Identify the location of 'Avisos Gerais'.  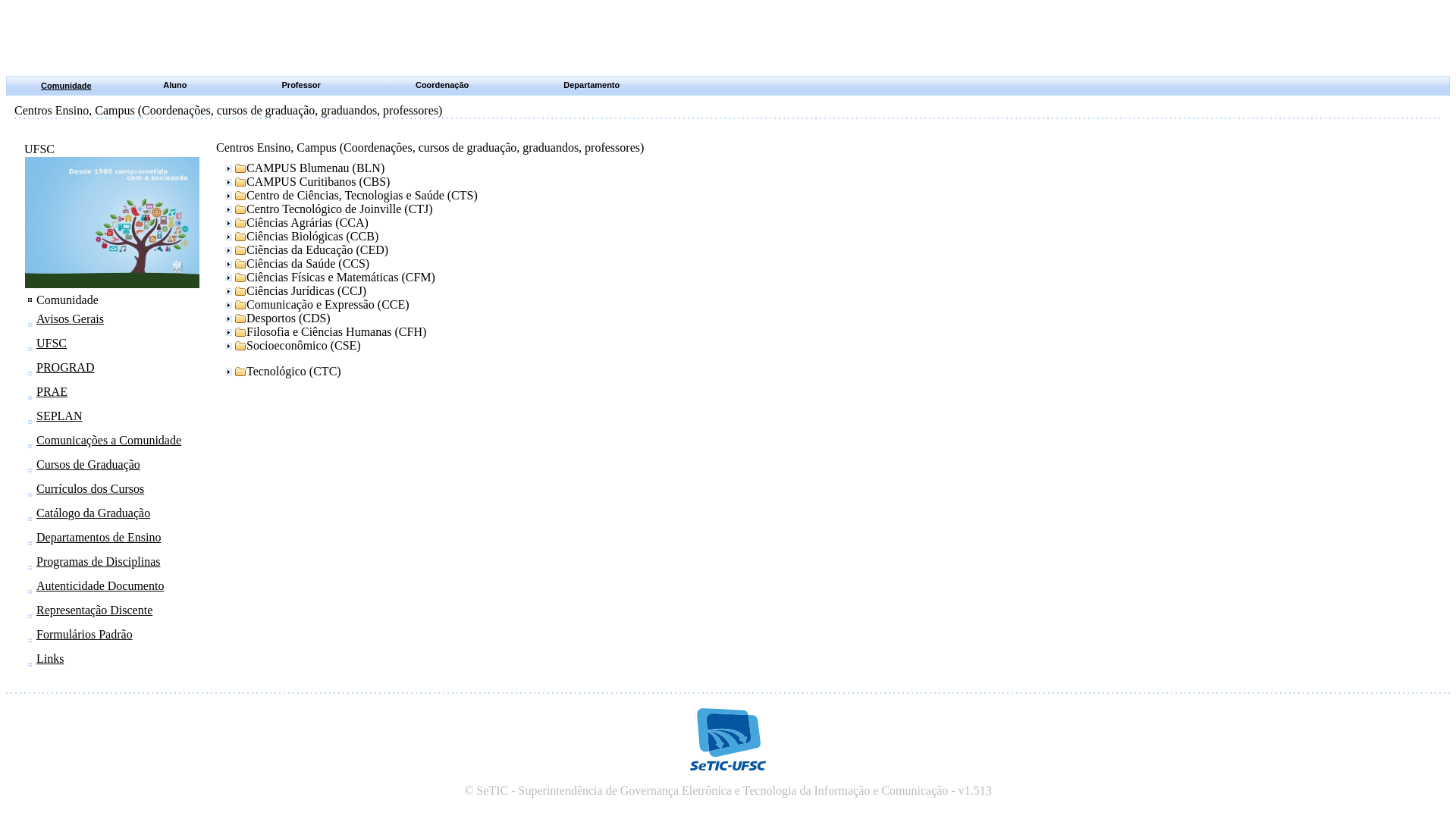
(69, 318).